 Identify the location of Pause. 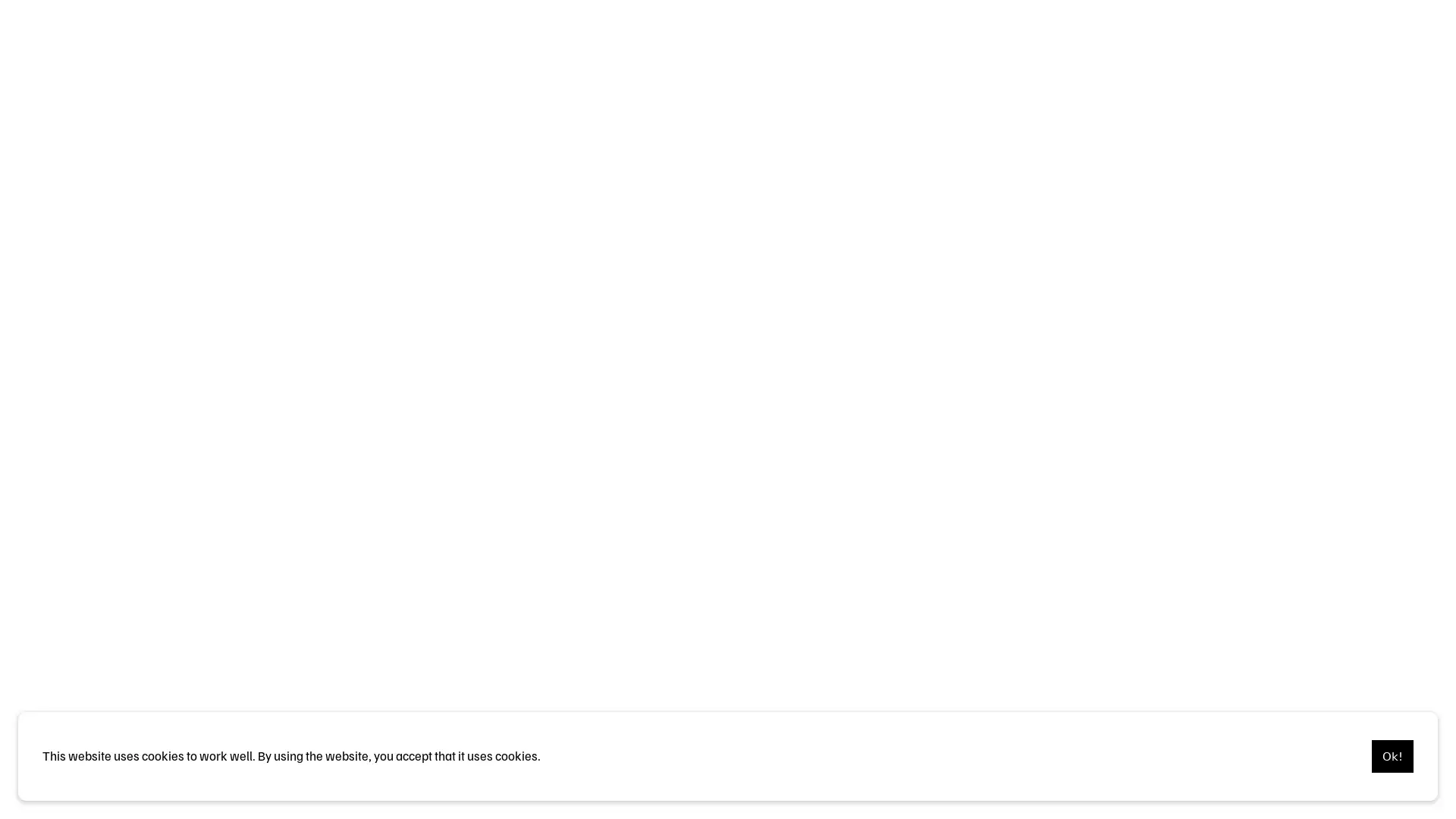
(1410, 771).